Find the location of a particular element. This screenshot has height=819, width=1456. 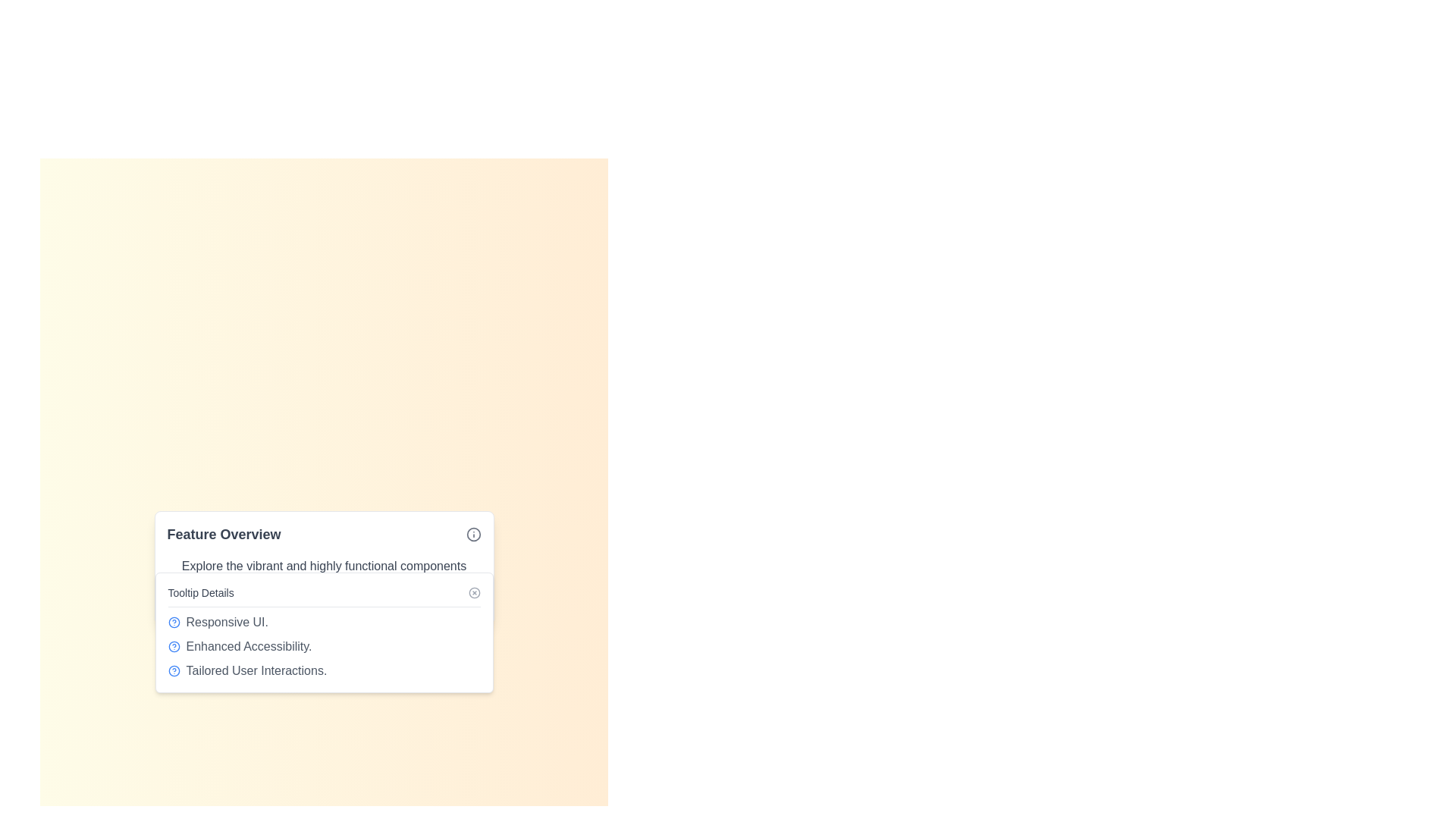

the informational icon button located directly to the left of the text 'Responsive UI.' is located at coordinates (174, 623).